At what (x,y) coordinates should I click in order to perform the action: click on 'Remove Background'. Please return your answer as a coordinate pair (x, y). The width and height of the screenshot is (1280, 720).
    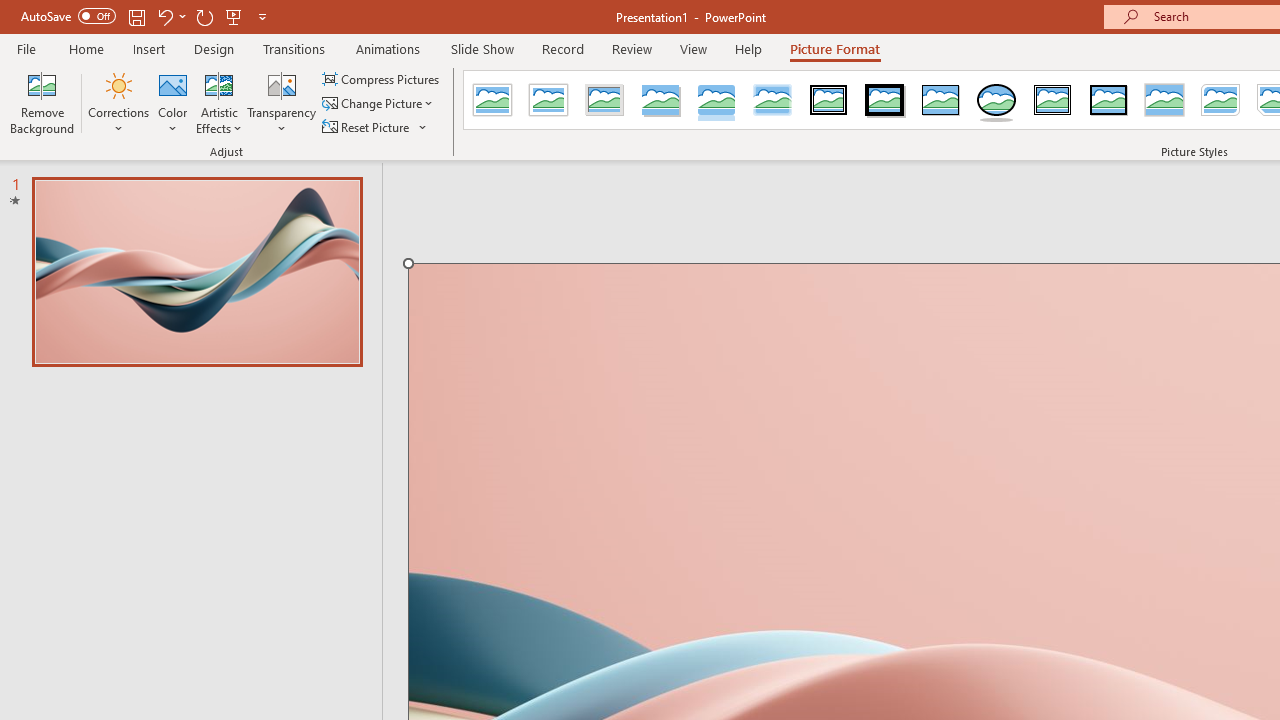
    Looking at the image, I should click on (42, 103).